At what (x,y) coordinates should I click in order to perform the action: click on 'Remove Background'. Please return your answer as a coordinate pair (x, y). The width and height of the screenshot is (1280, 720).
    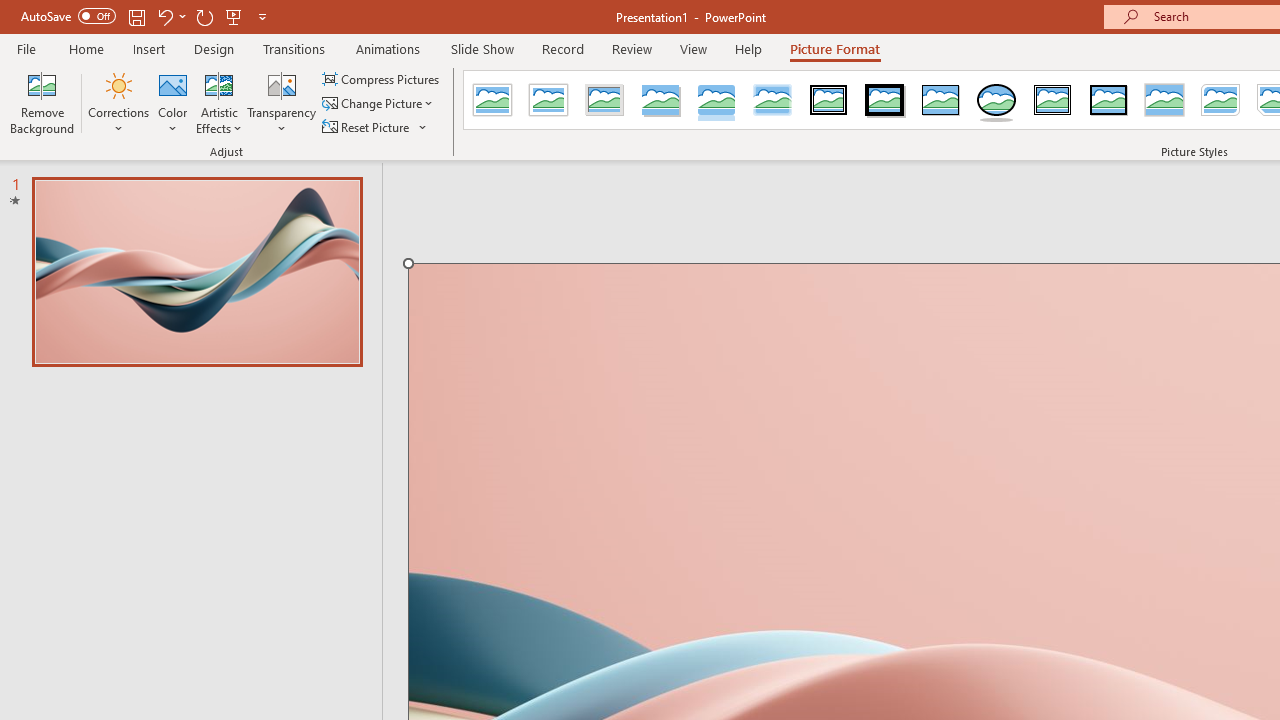
    Looking at the image, I should click on (42, 103).